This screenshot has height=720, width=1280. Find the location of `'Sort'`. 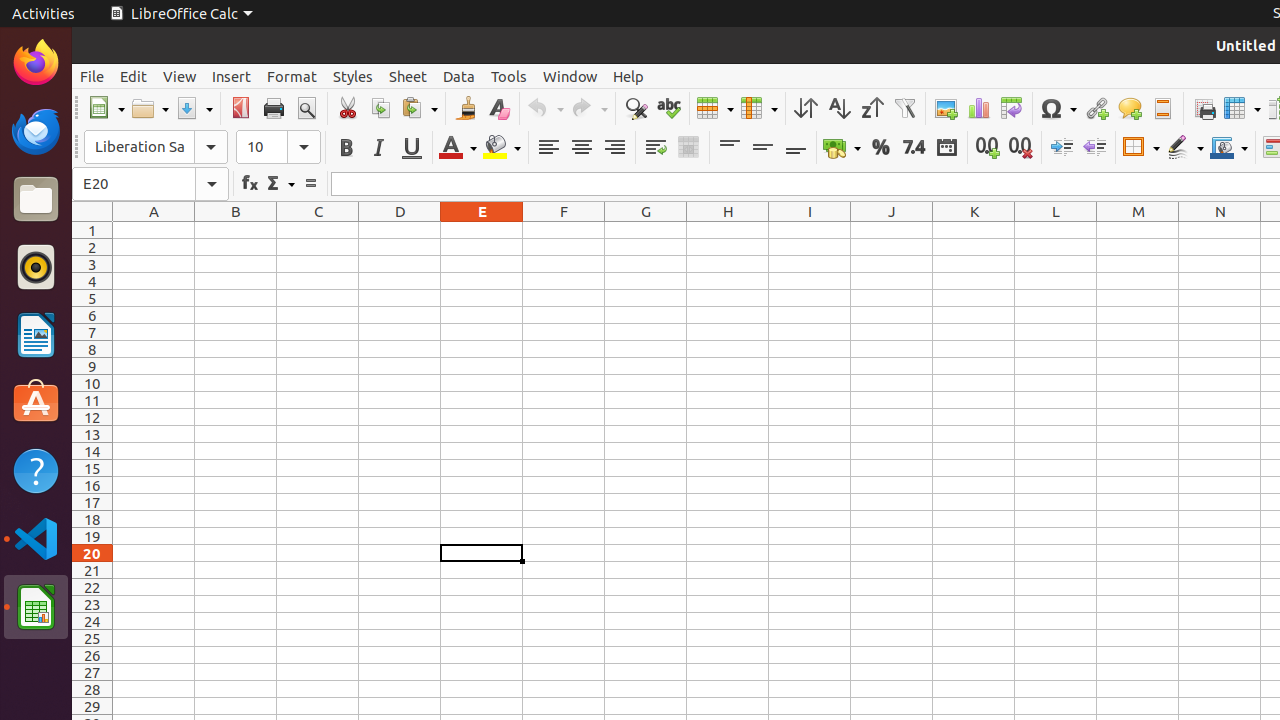

'Sort' is located at coordinates (805, 108).